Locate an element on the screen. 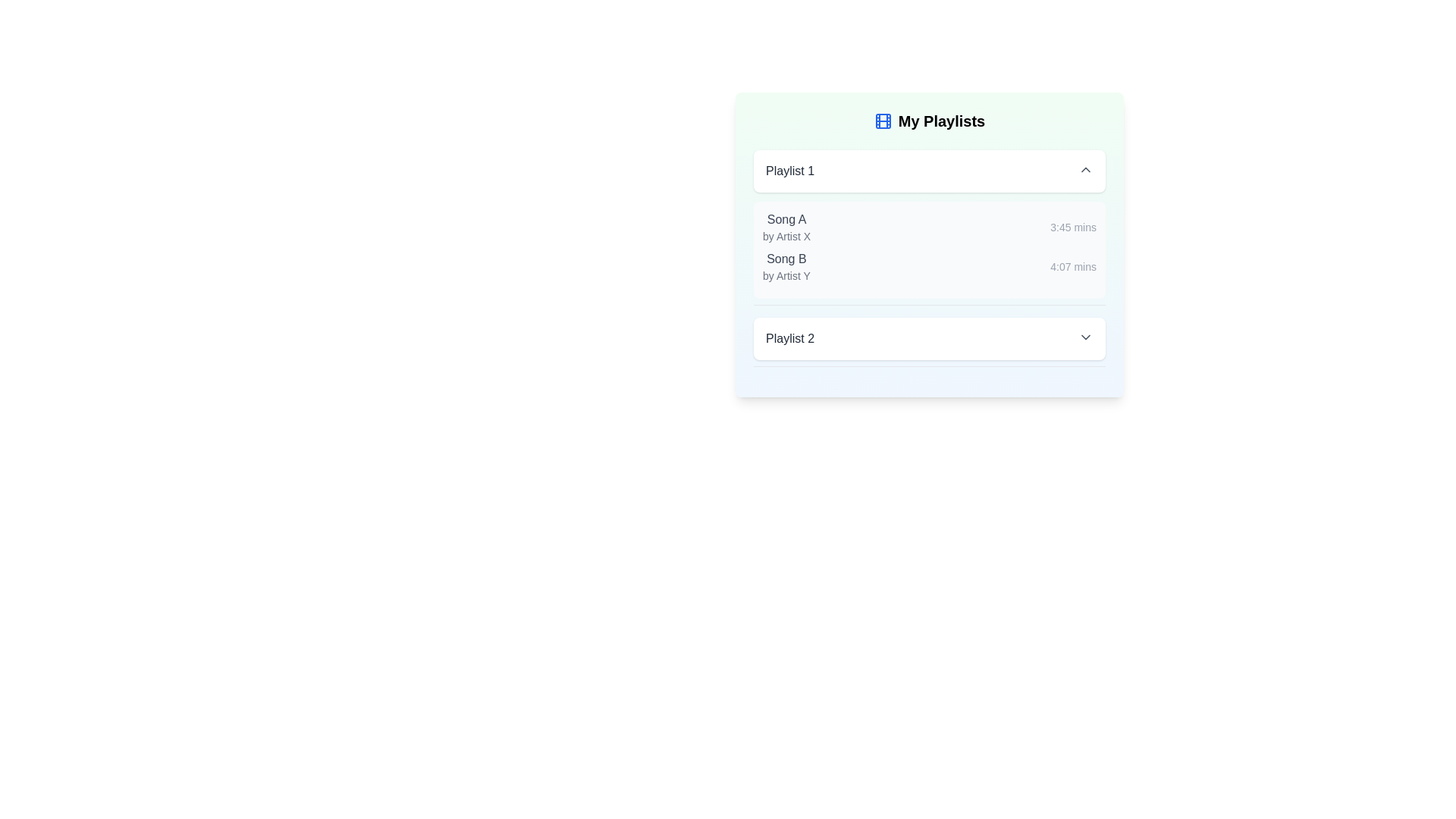 The width and height of the screenshot is (1456, 819). the static text label that serves as the title of a song entry in the playlist, located below the 'Playlist 1' header in the 'My Playlists' interface is located at coordinates (786, 219).